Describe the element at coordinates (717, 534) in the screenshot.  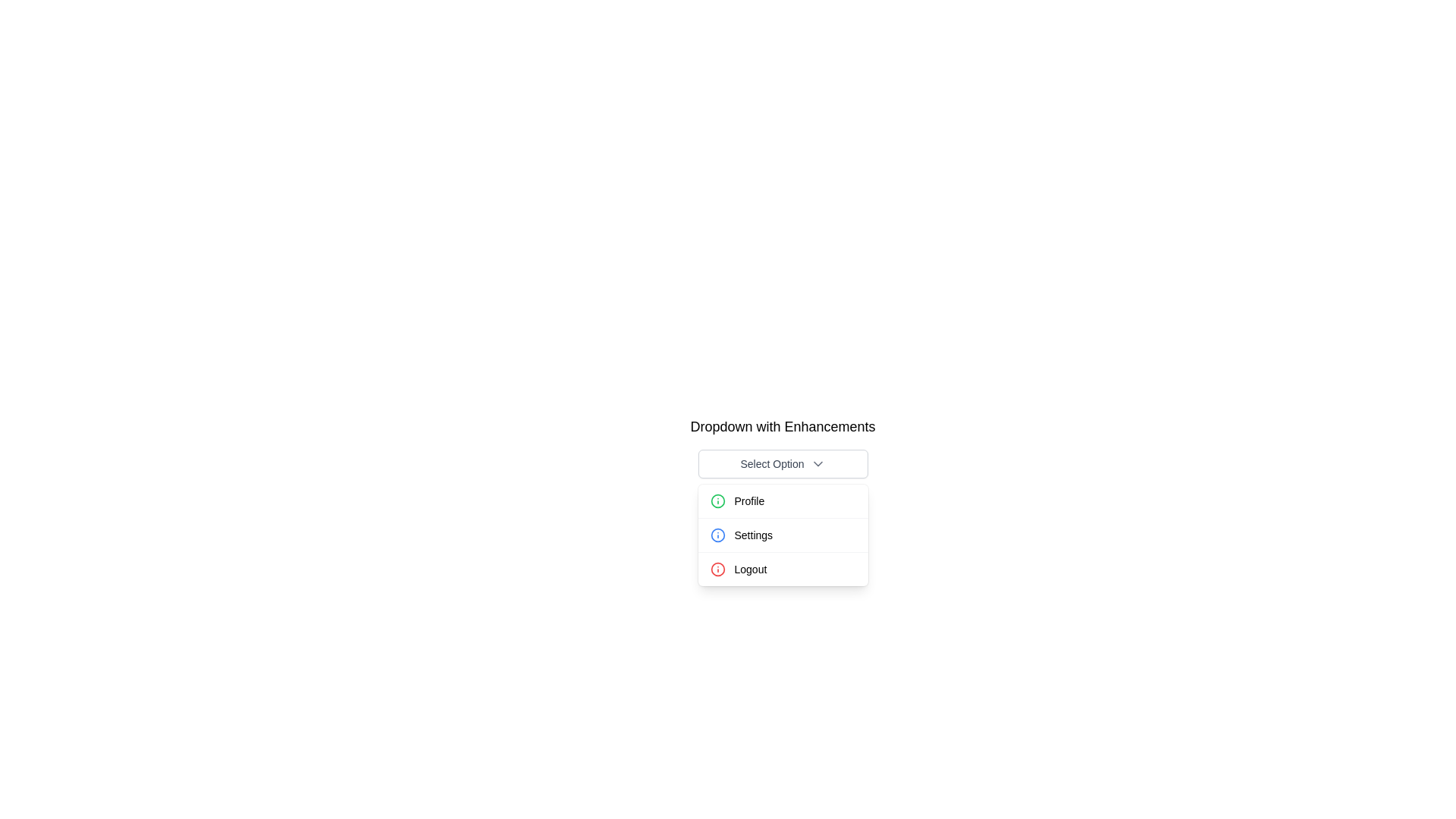
I see `the circular blue-bordered icon with a white 'i' symbol located at the beginning of the 'Settings' row in the vertical dropdown menu` at that location.